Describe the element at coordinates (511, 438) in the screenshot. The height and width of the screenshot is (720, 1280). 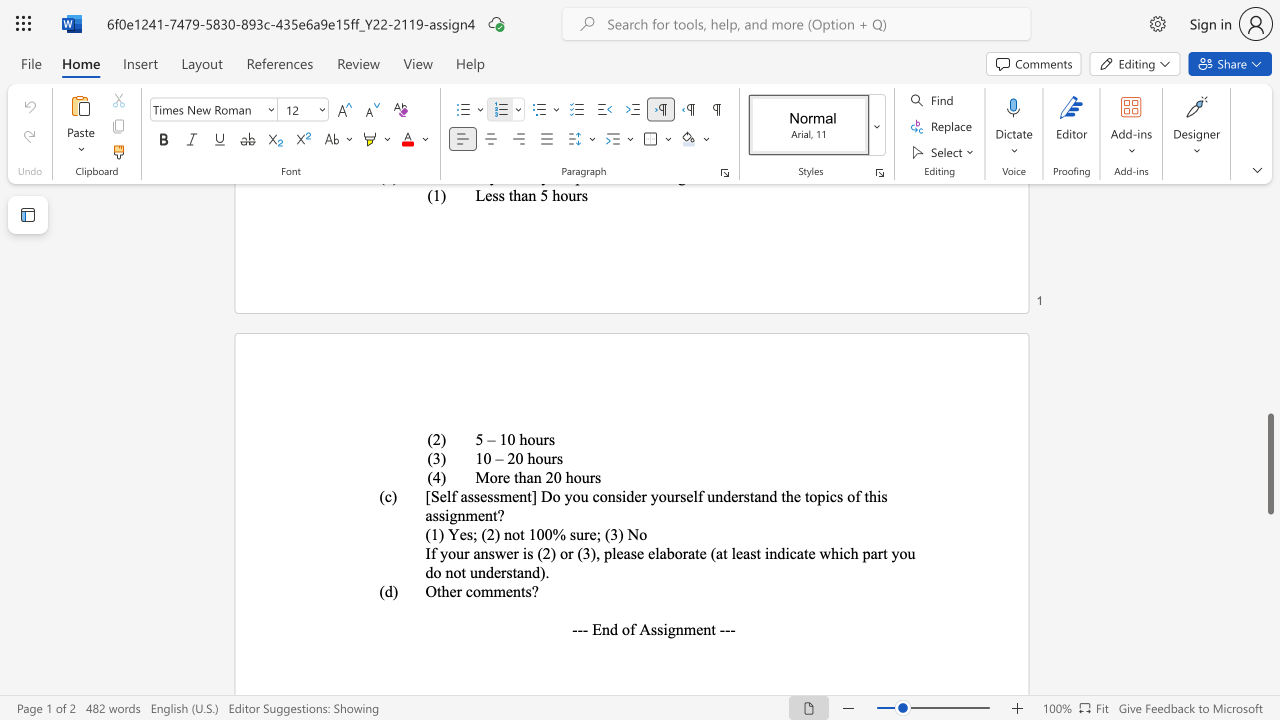
I see `the 1th character "0" in the text` at that location.